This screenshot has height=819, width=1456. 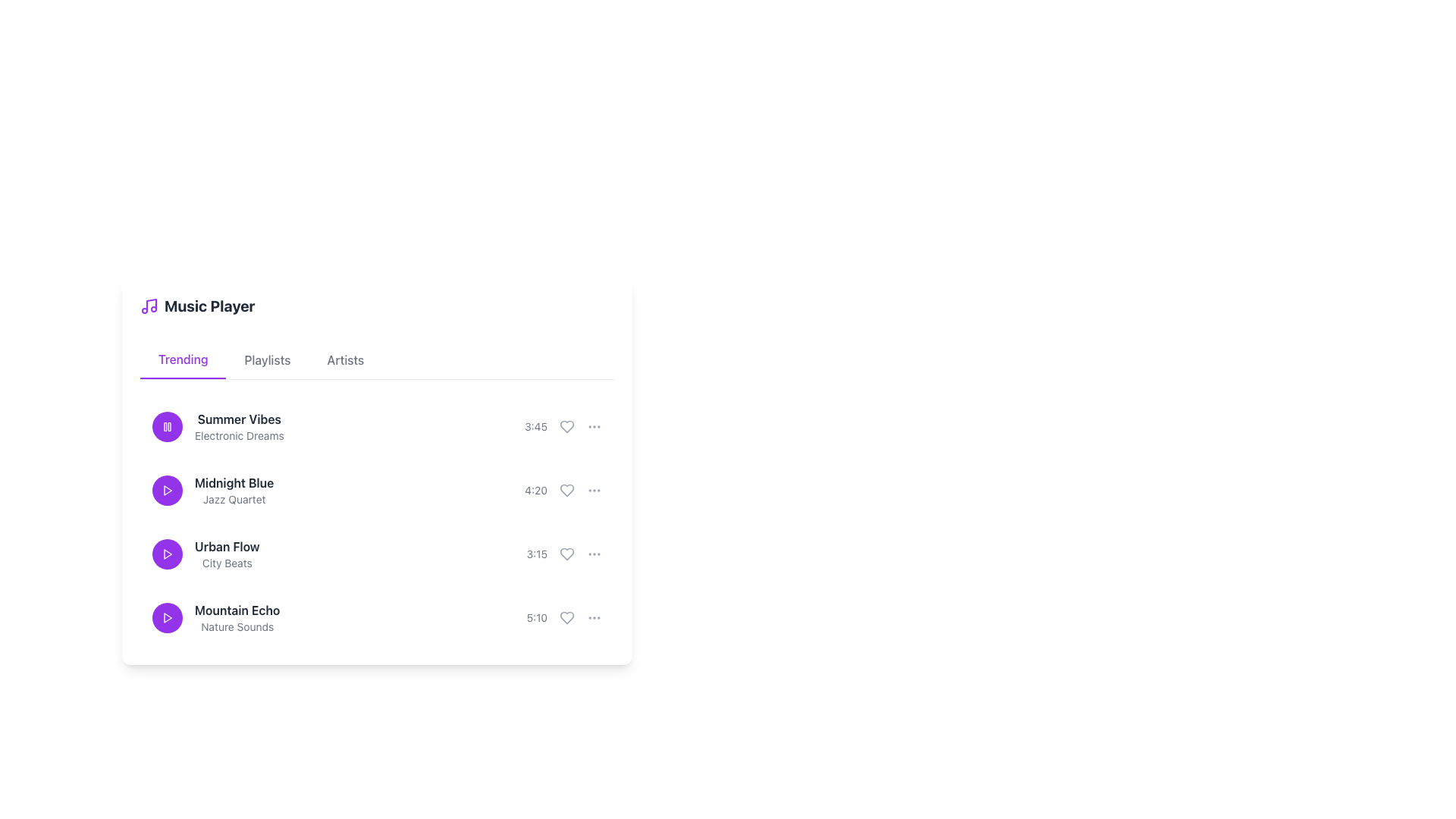 What do you see at coordinates (377, 427) in the screenshot?
I see `the list item titled 'Summer Vibes'` at bounding box center [377, 427].